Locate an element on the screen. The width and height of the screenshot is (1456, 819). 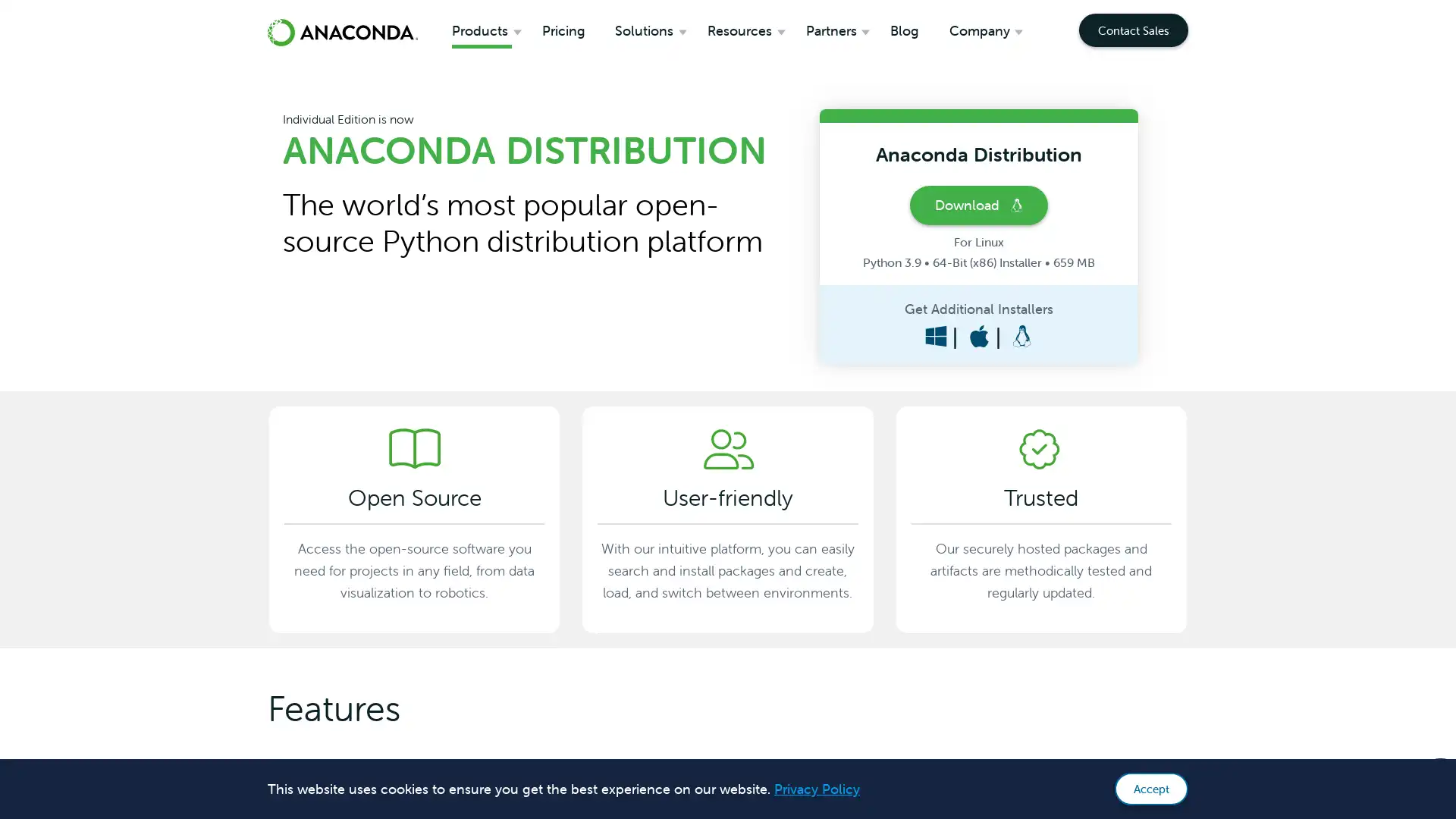
learn more about cookies is located at coordinates (816, 787).